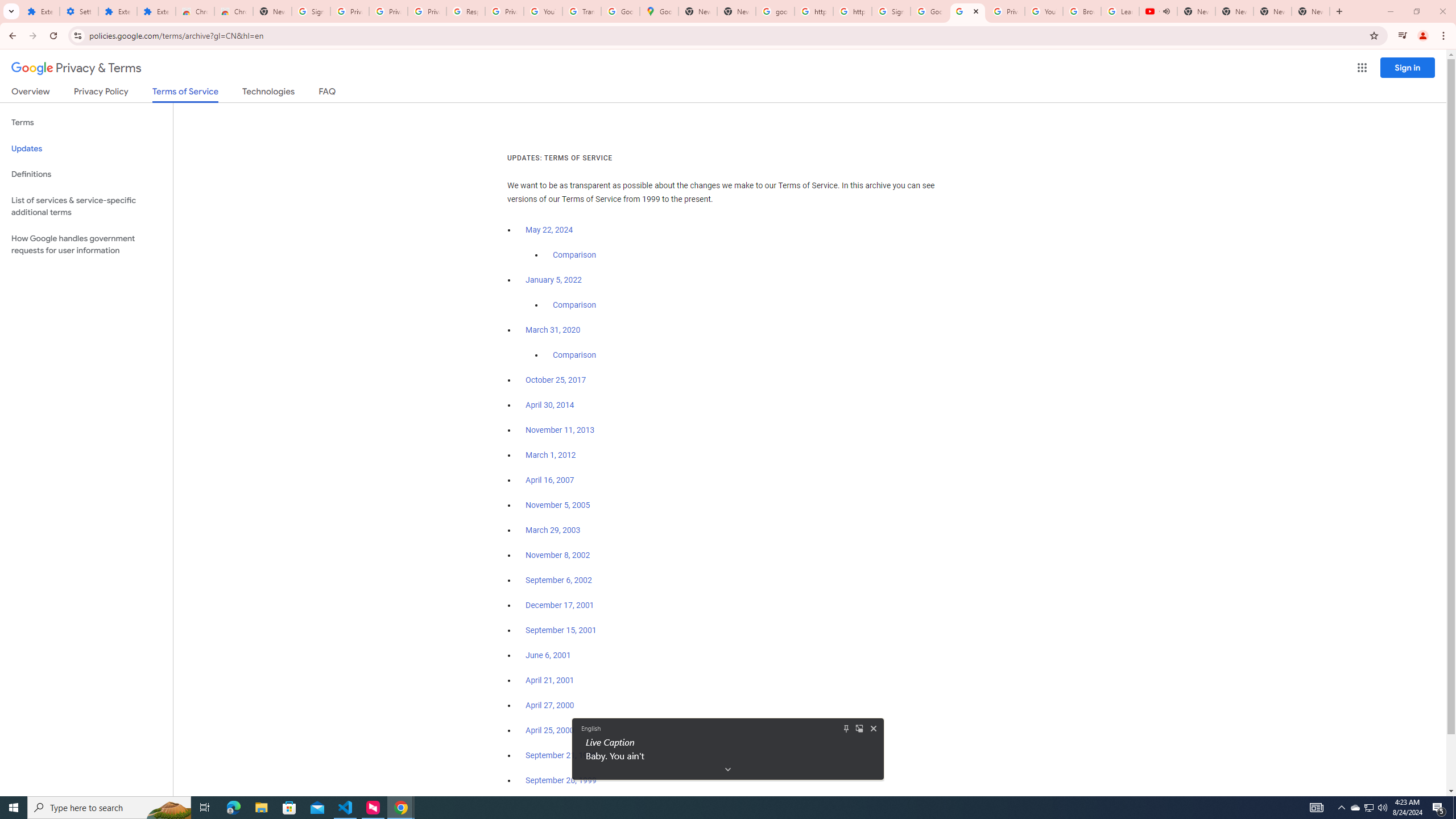 The image size is (1456, 819). Describe the element at coordinates (560, 429) in the screenshot. I see `'November 11, 2013'` at that location.